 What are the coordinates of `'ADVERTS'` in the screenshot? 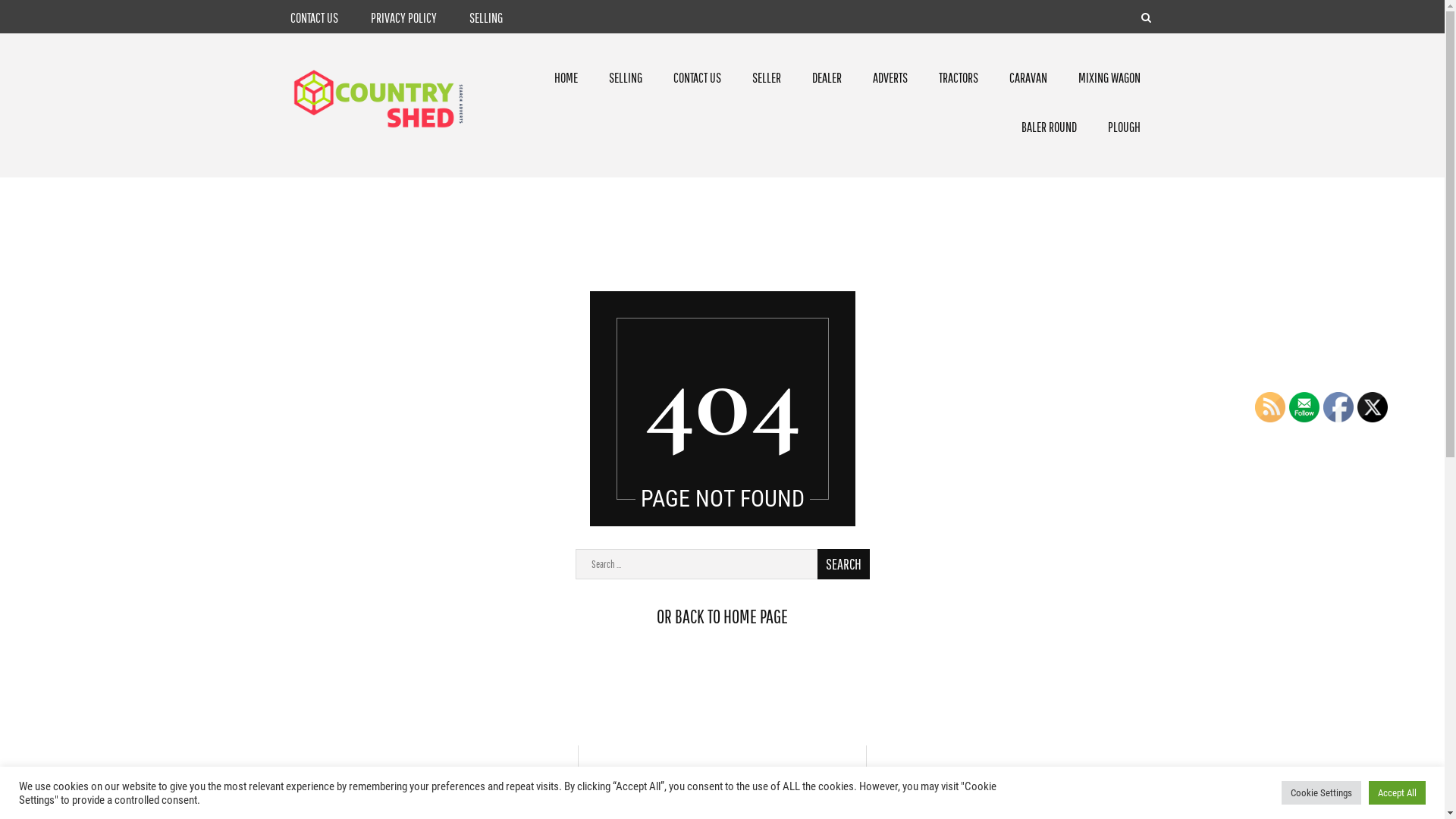 It's located at (890, 77).